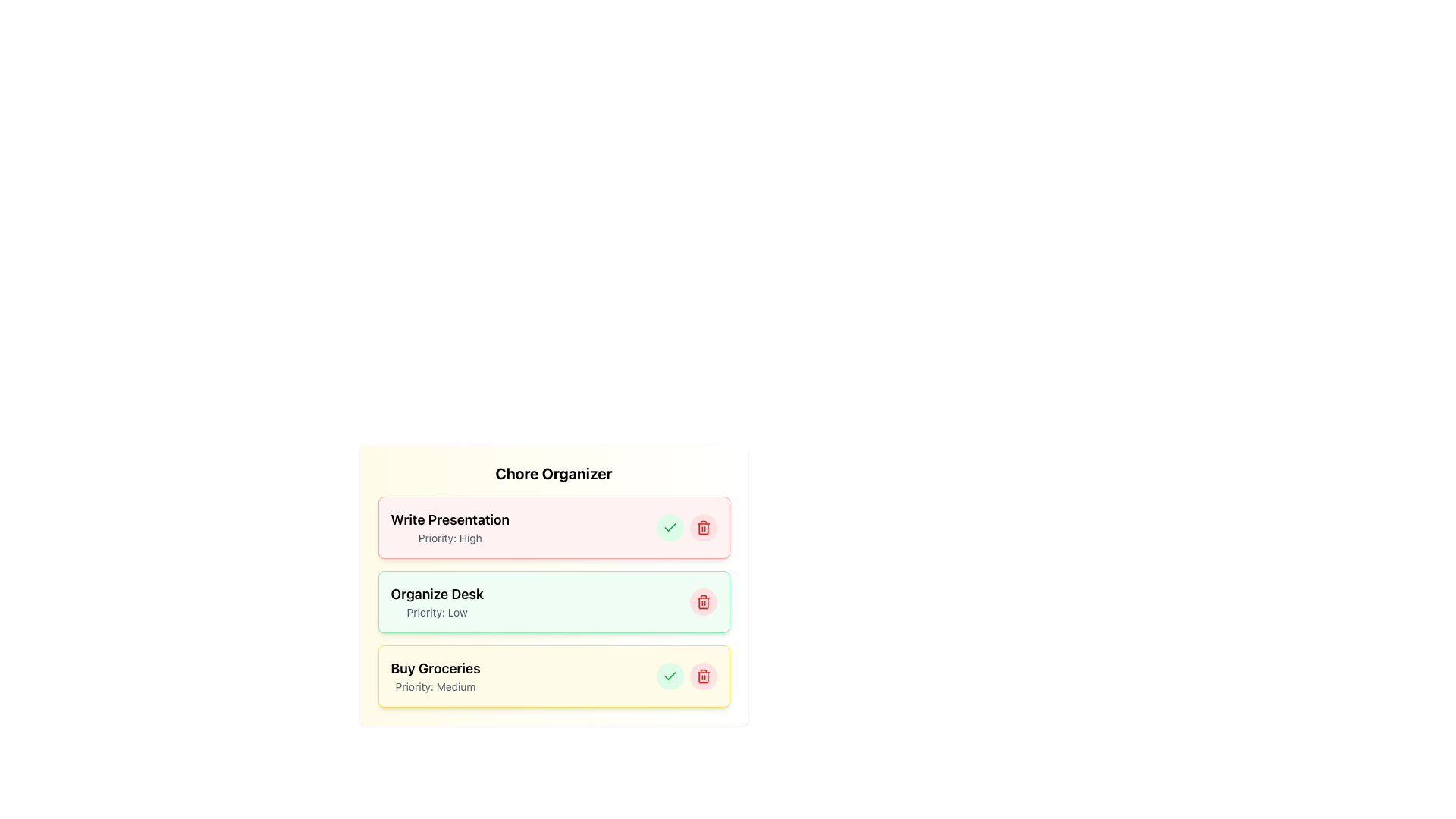 The width and height of the screenshot is (1456, 819). What do you see at coordinates (669, 675) in the screenshot?
I see `the circular button with a green checkmark icon` at bounding box center [669, 675].